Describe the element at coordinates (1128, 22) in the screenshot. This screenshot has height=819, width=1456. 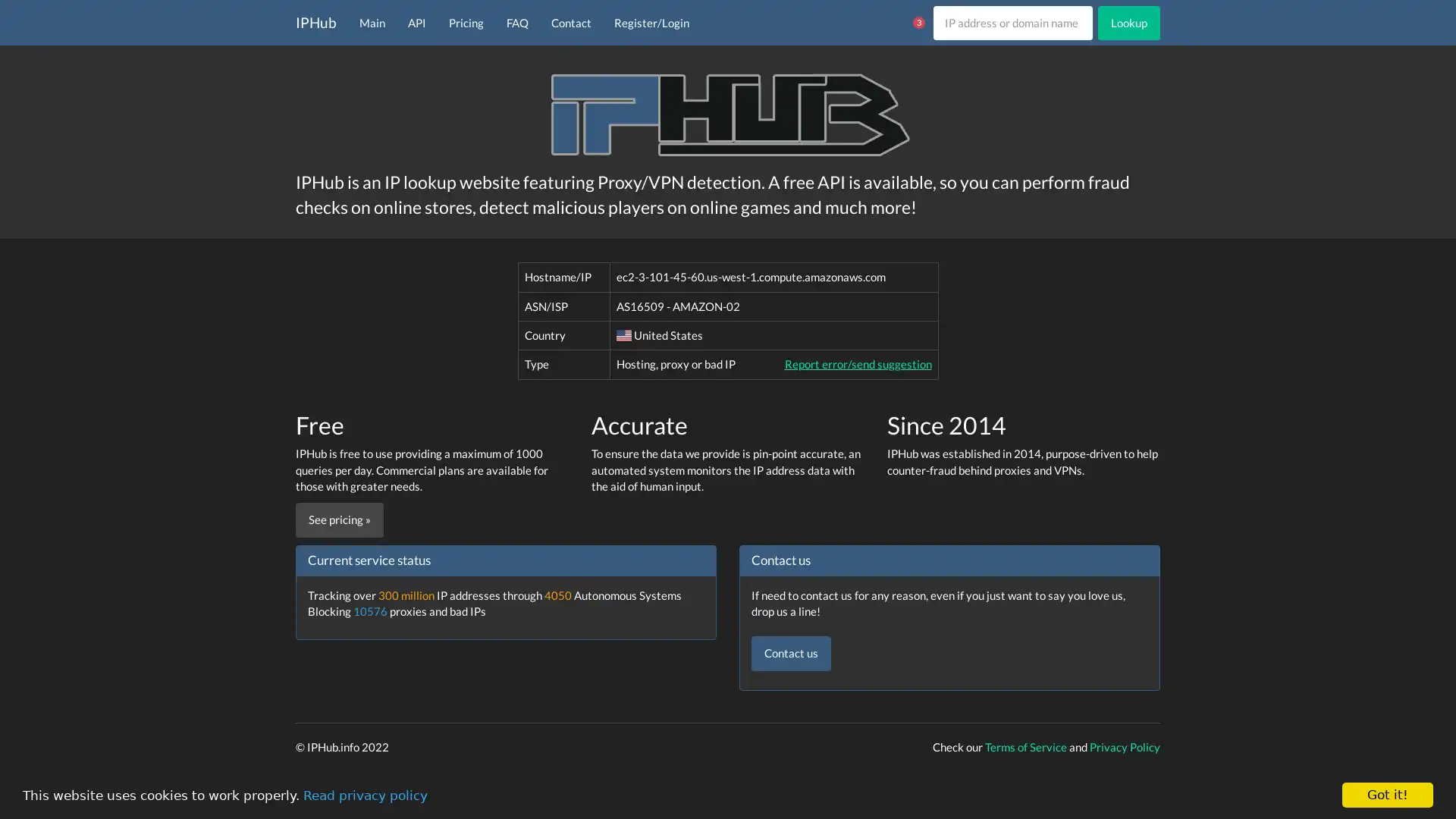
I see `Lookup` at that location.